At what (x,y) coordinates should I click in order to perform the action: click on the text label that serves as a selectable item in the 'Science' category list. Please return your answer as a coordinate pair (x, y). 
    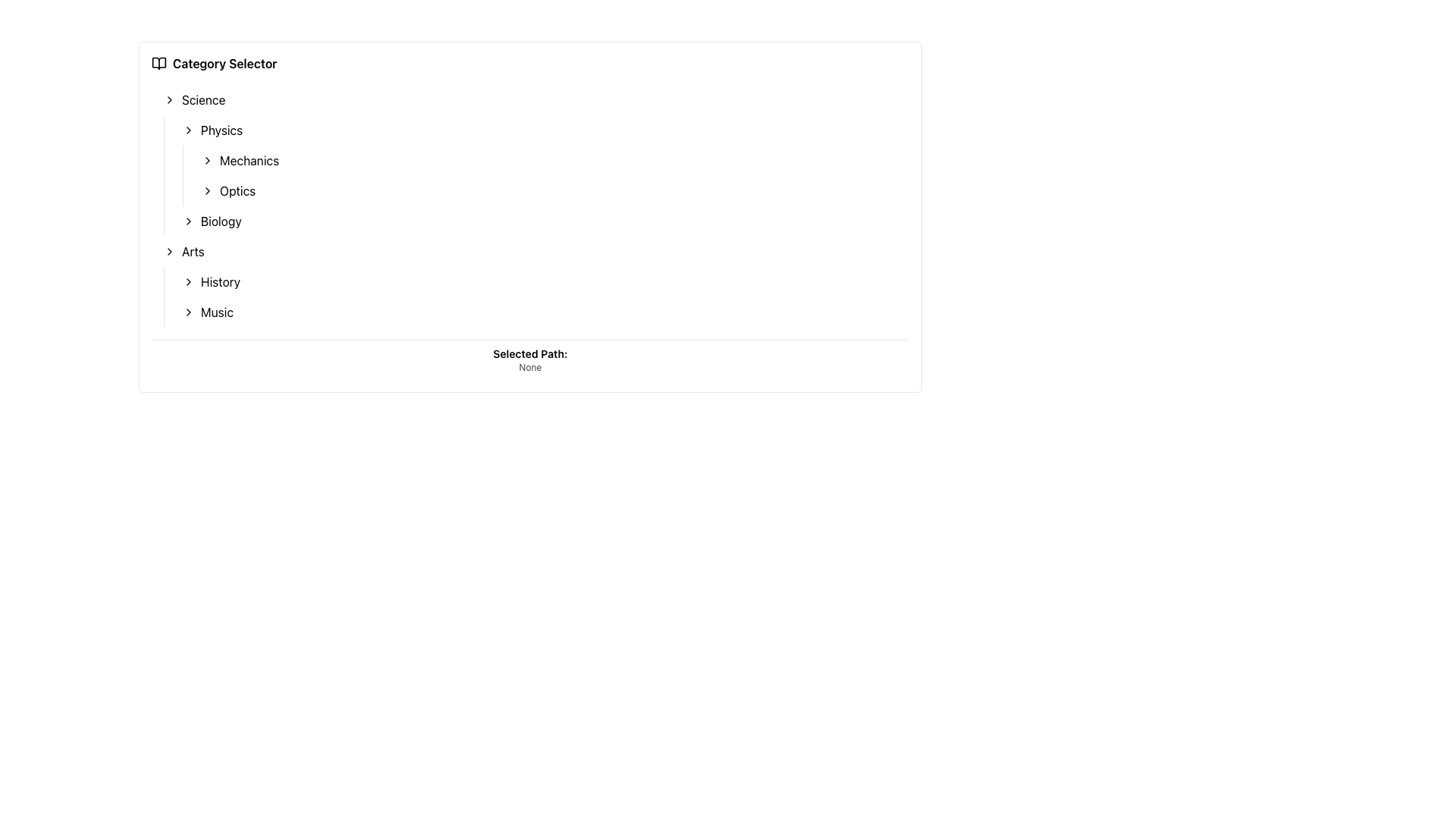
    Looking at the image, I should click on (220, 221).